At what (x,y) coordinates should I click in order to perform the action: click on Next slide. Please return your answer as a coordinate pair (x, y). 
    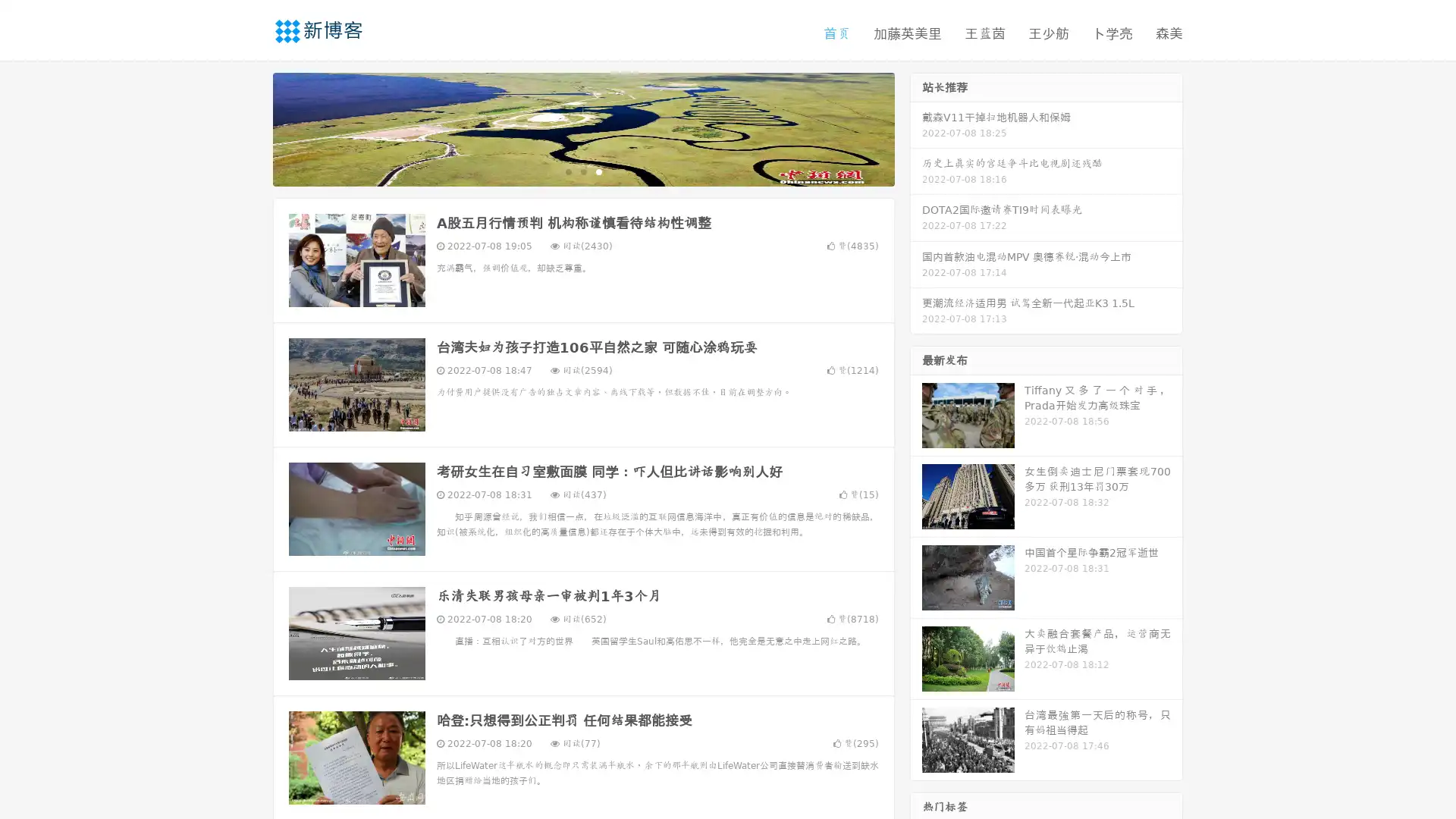
    Looking at the image, I should click on (916, 127).